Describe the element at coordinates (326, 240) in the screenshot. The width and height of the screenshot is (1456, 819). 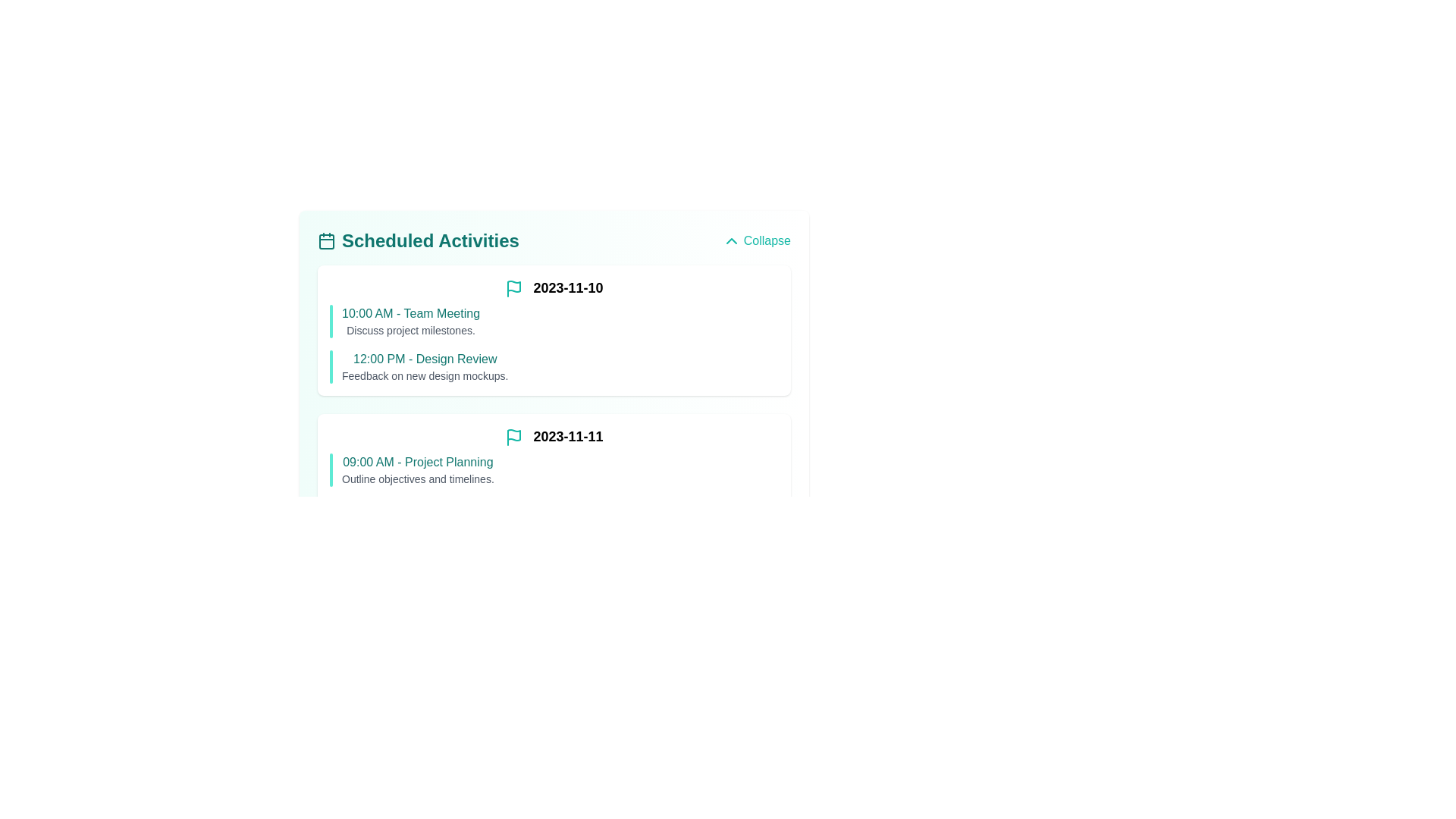
I see `the teal outlined calendar icon located to the left of the 'Scheduled Activities' header` at that location.